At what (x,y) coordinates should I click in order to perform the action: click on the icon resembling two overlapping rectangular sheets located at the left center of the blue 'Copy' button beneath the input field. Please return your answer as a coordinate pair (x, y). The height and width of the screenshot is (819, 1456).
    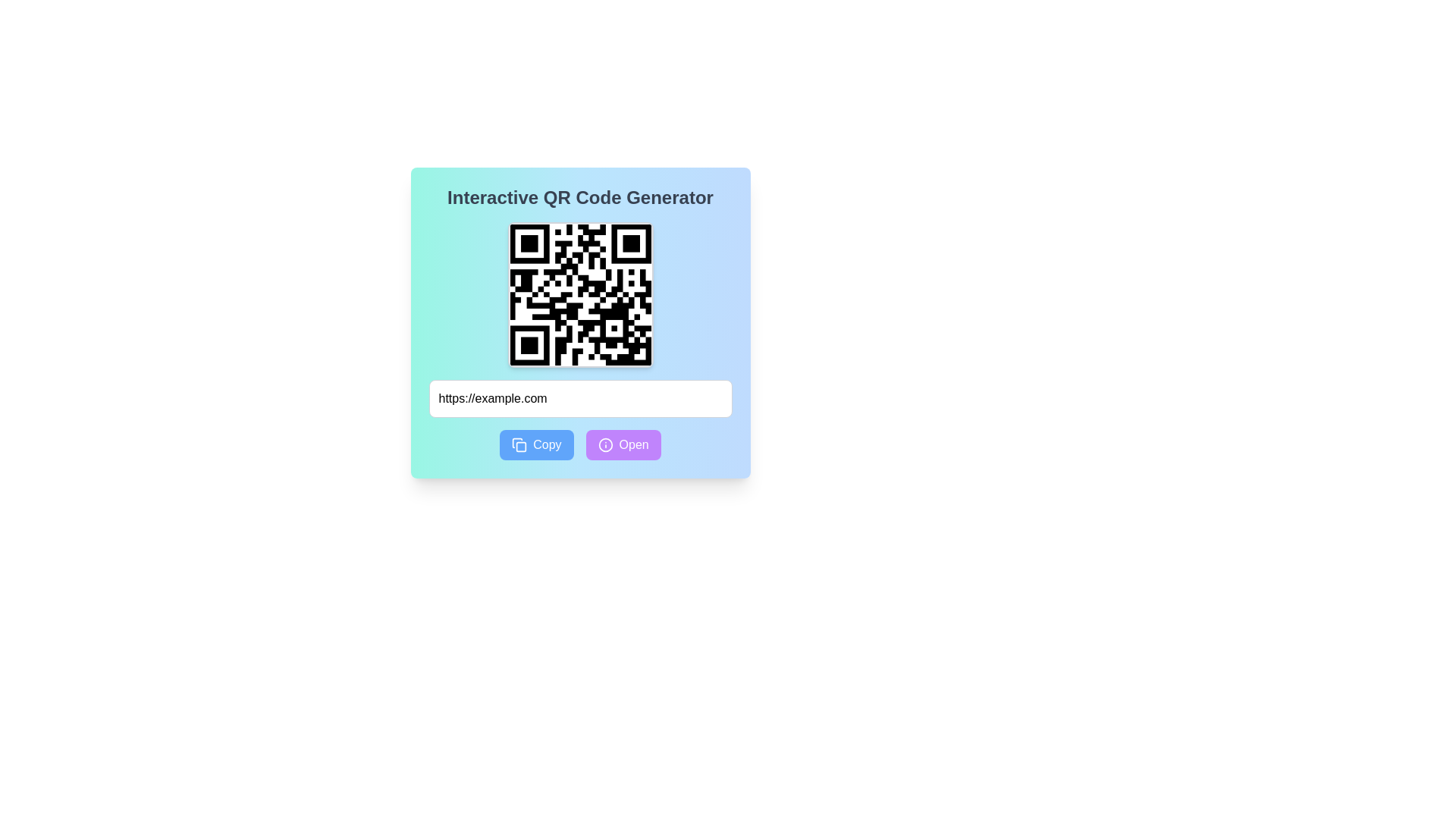
    Looking at the image, I should click on (519, 444).